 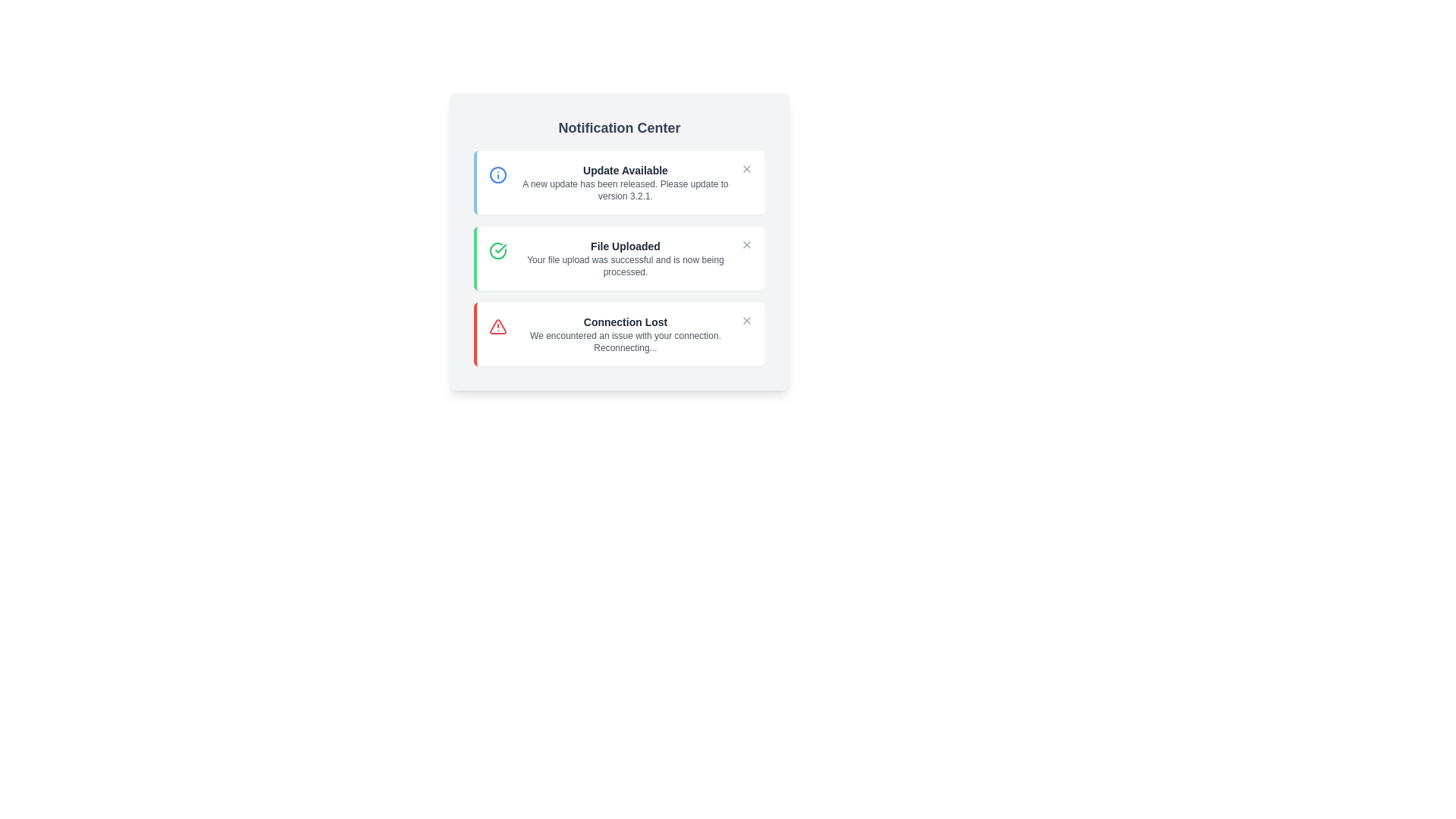 What do you see at coordinates (619, 257) in the screenshot?
I see `notification text from the Notification panel, which contains three vertically aligned notifications with bold headings and messages underneath` at bounding box center [619, 257].